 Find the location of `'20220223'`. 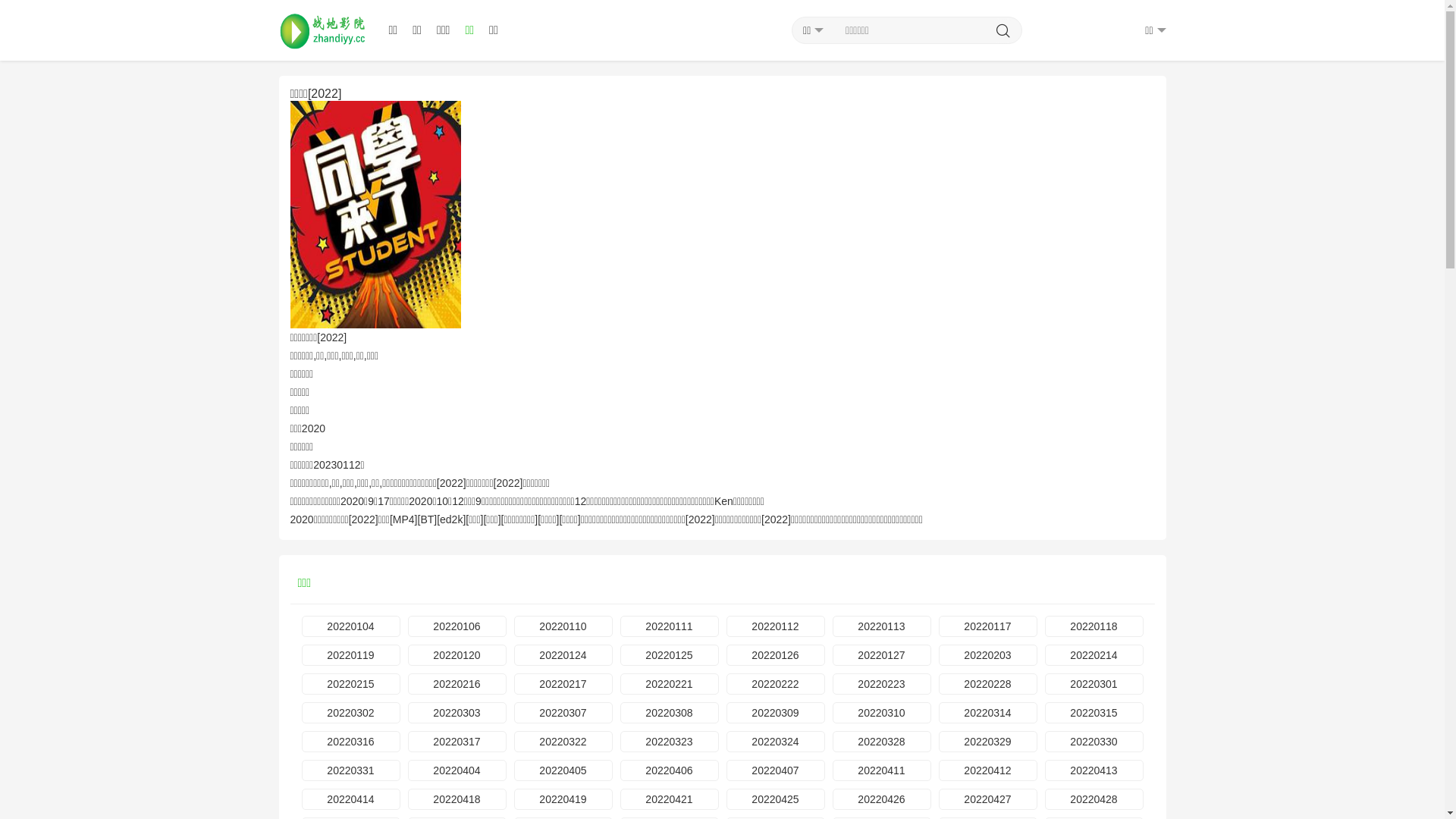

'20220223' is located at coordinates (832, 684).